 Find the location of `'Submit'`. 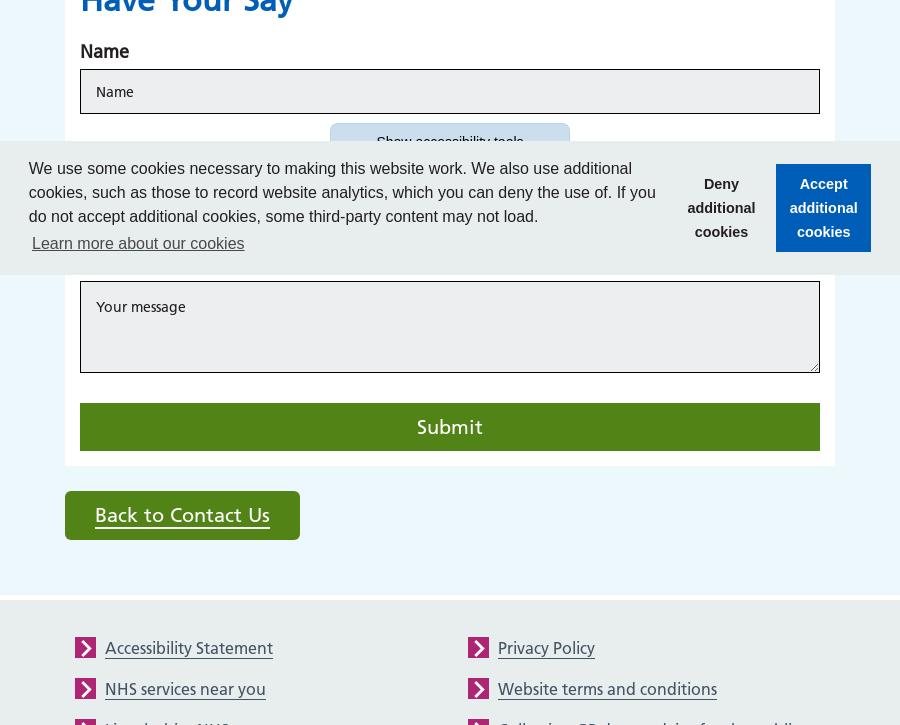

'Submit' is located at coordinates (450, 425).